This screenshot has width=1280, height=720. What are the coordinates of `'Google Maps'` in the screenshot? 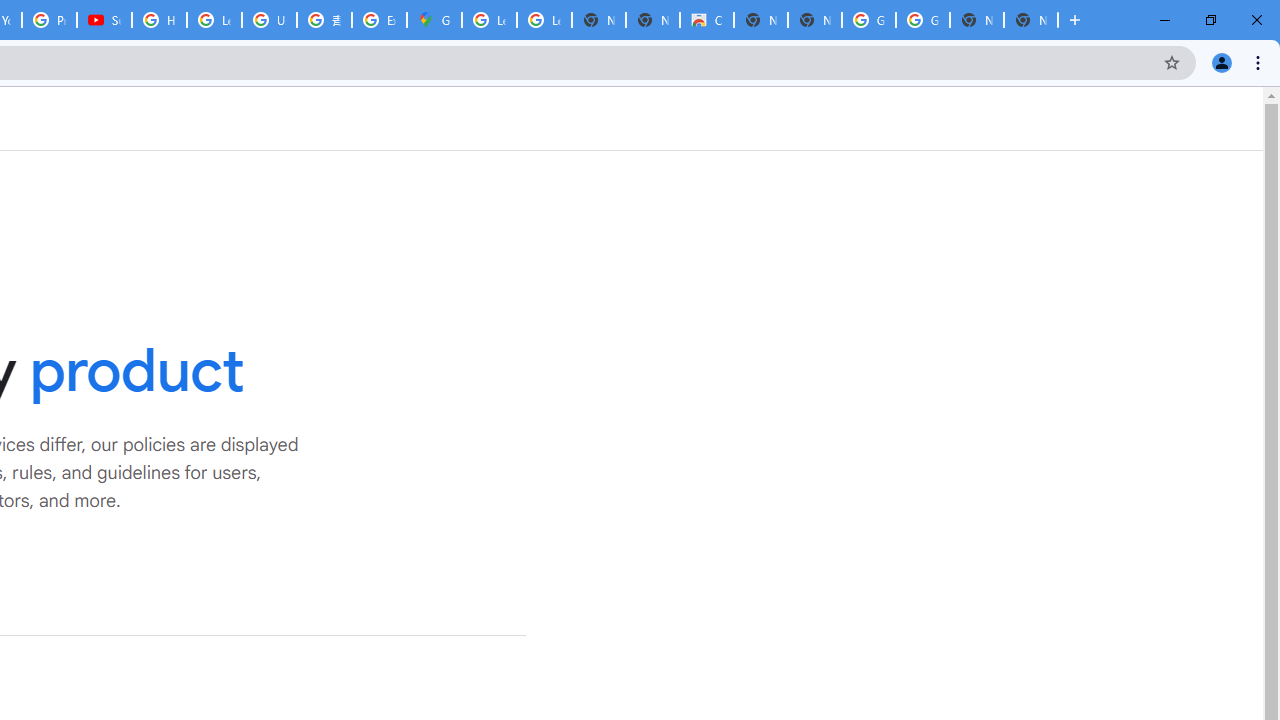 It's located at (433, 20).